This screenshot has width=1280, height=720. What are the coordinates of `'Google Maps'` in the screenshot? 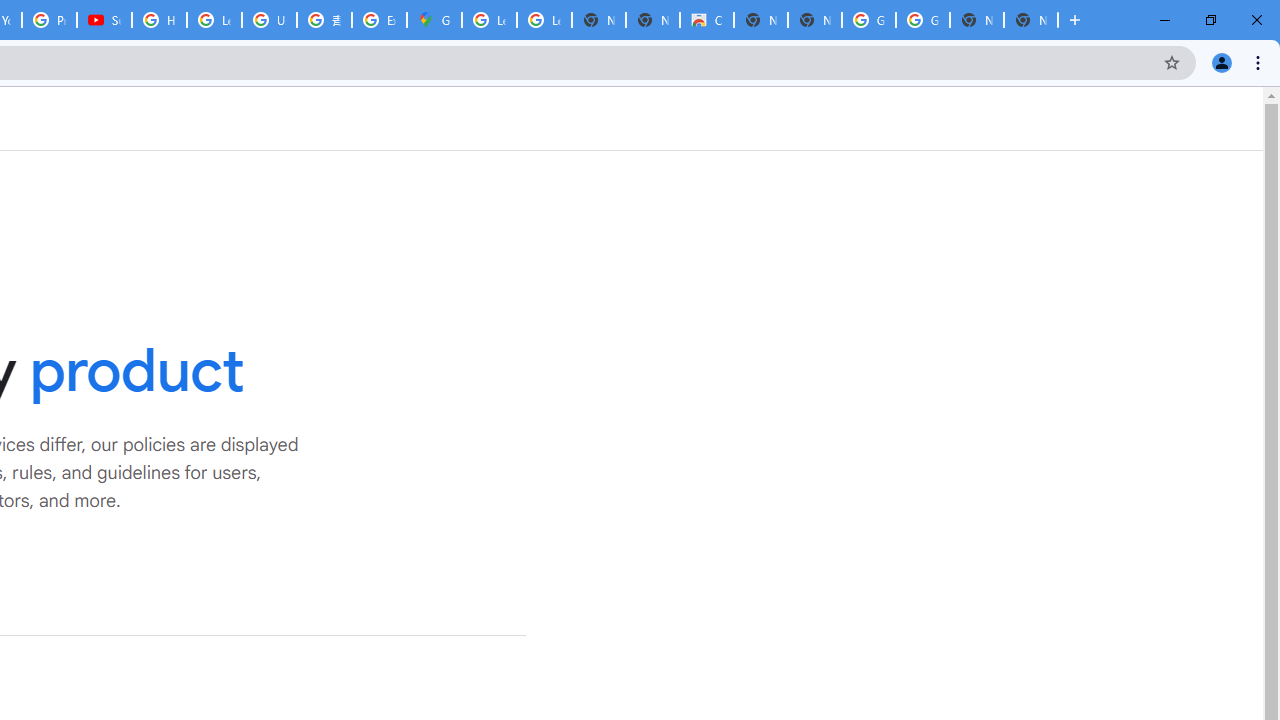 It's located at (433, 20).